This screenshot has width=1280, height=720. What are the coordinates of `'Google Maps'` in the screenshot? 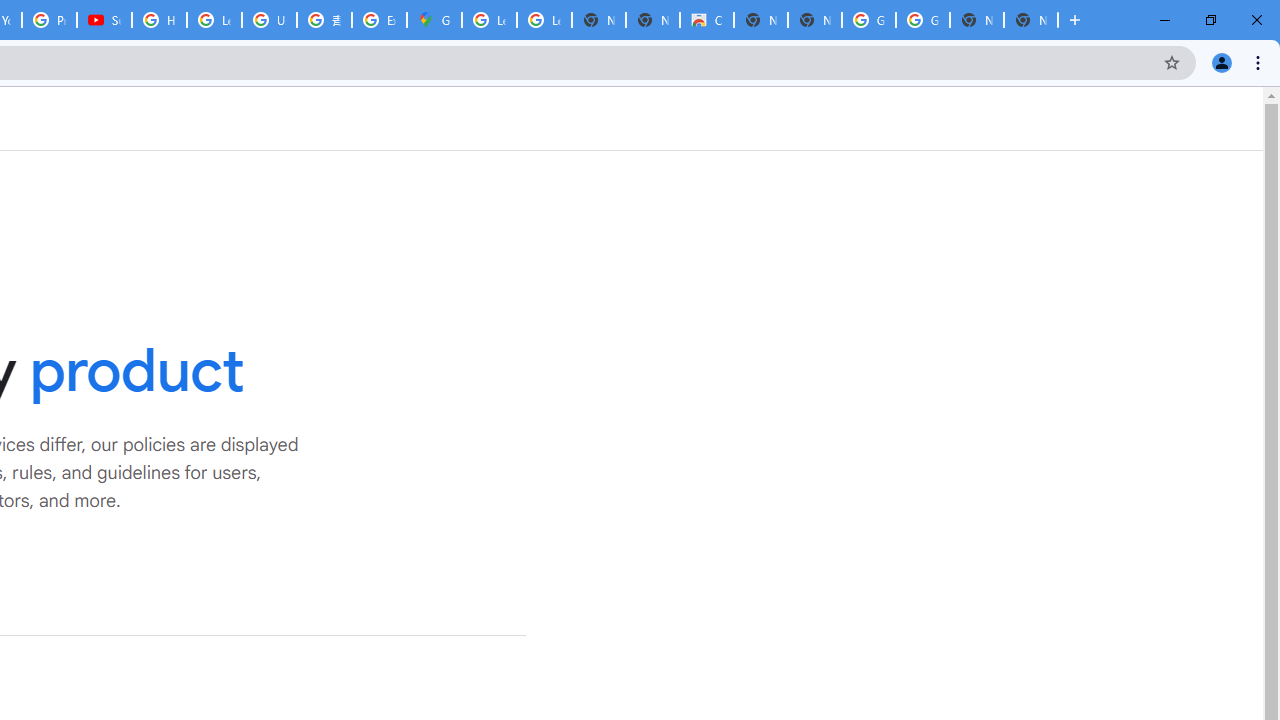 It's located at (433, 20).